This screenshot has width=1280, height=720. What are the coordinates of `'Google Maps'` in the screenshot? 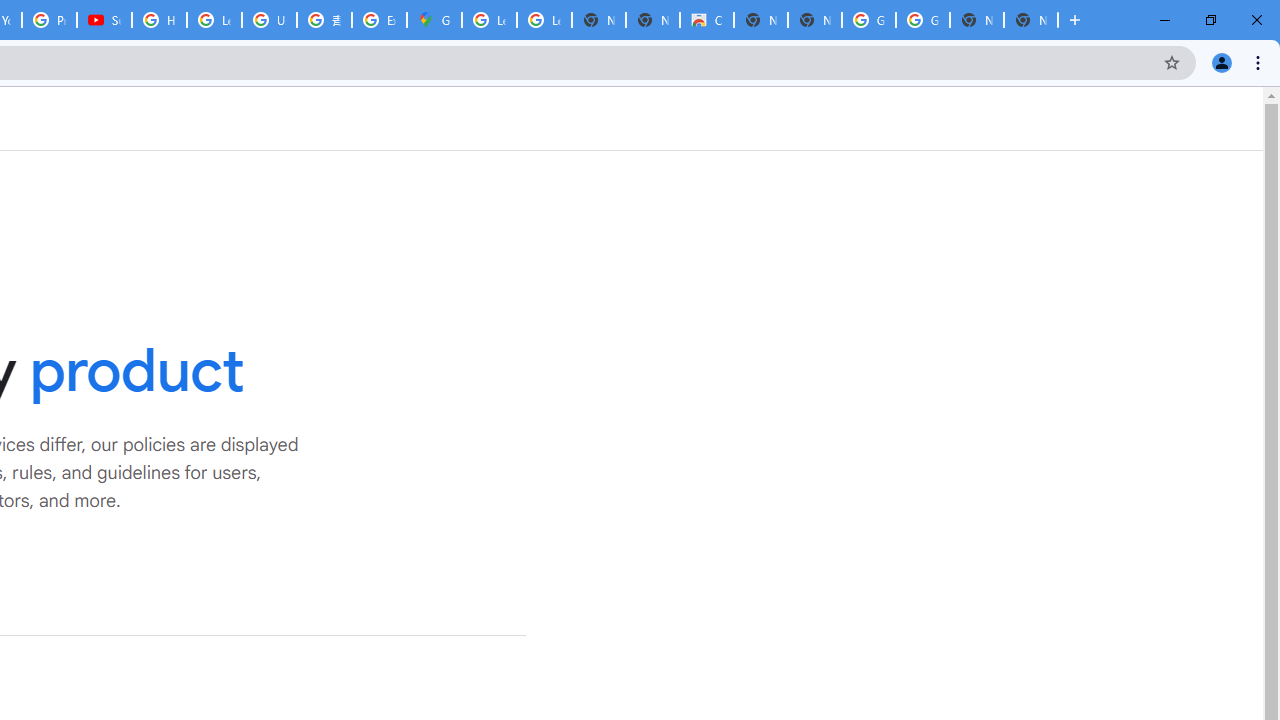 It's located at (433, 20).